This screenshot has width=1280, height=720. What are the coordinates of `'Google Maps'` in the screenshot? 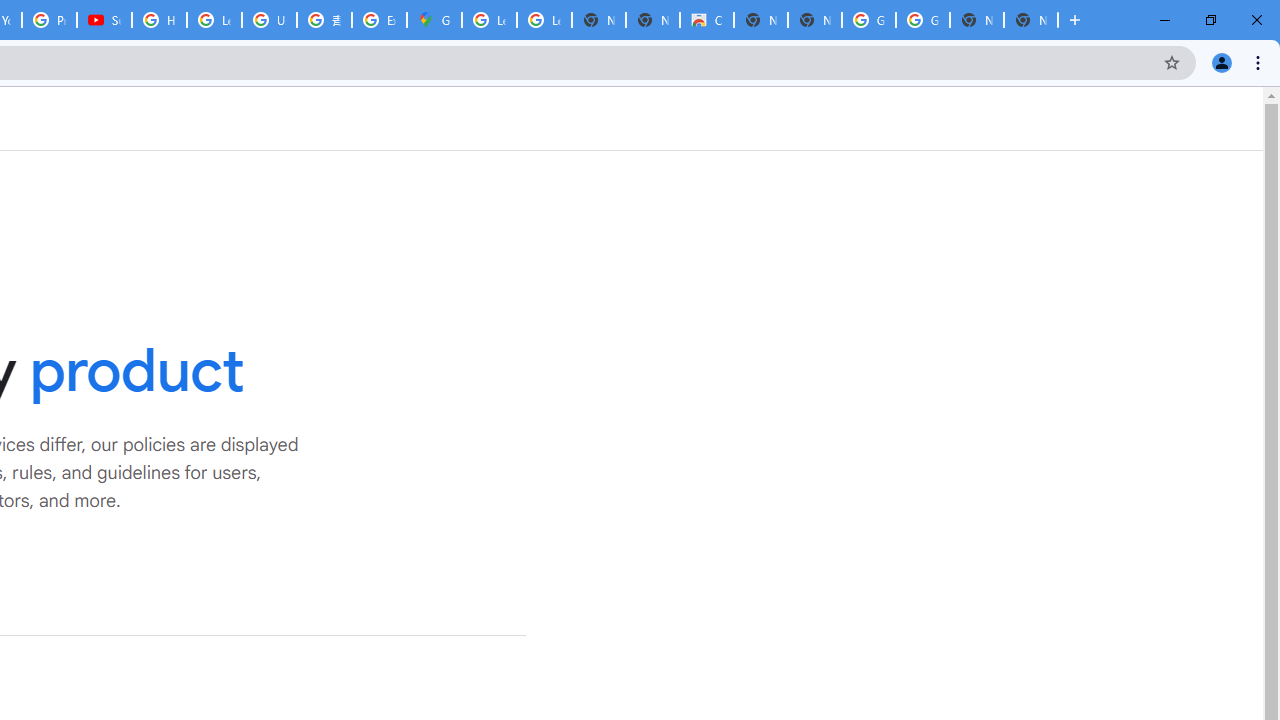 It's located at (433, 20).